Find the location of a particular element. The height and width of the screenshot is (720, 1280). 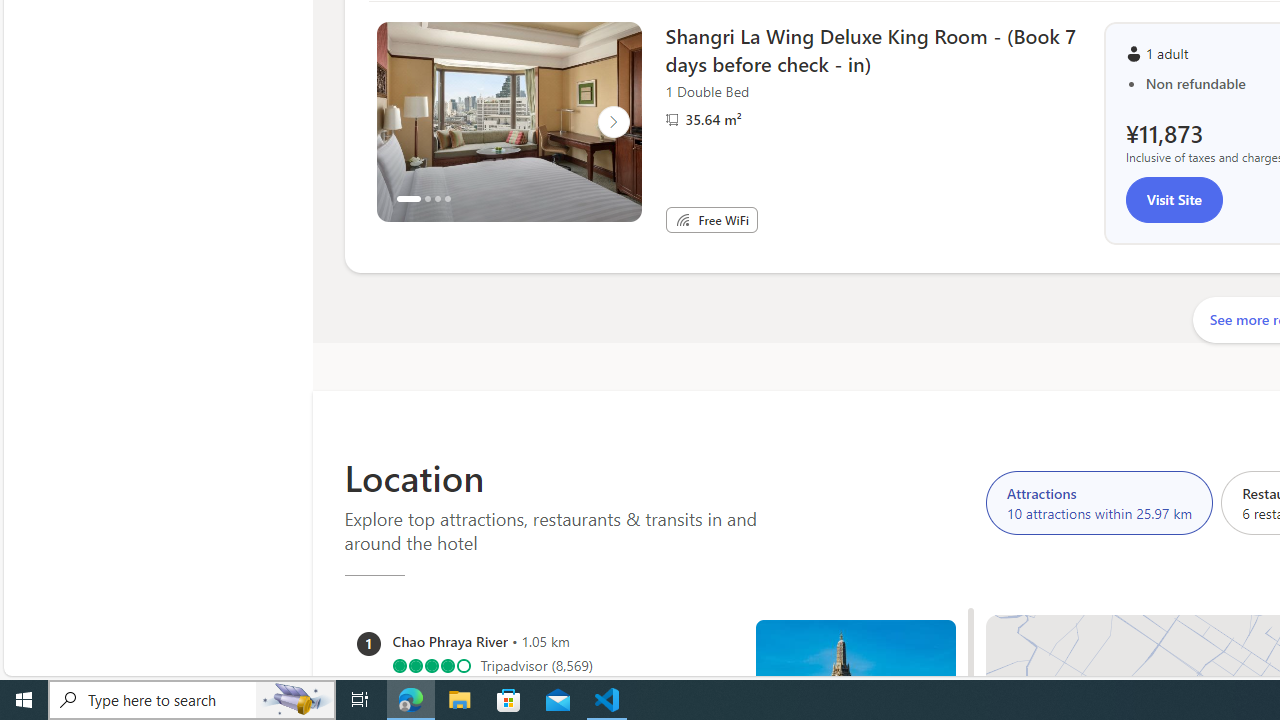

'Visit Site' is located at coordinates (1173, 200).